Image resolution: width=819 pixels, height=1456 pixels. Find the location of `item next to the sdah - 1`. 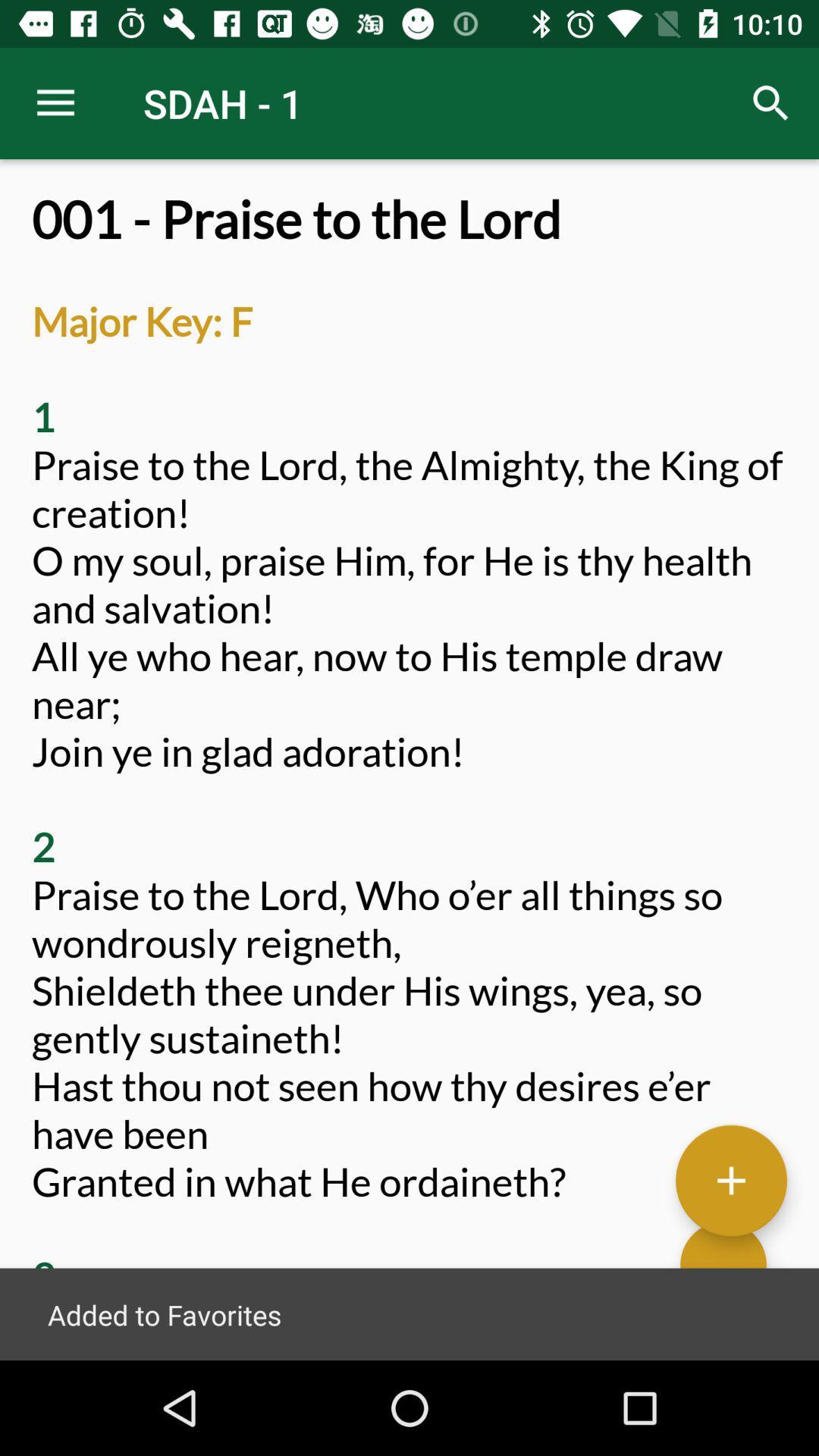

item next to the sdah - 1 is located at coordinates (55, 102).